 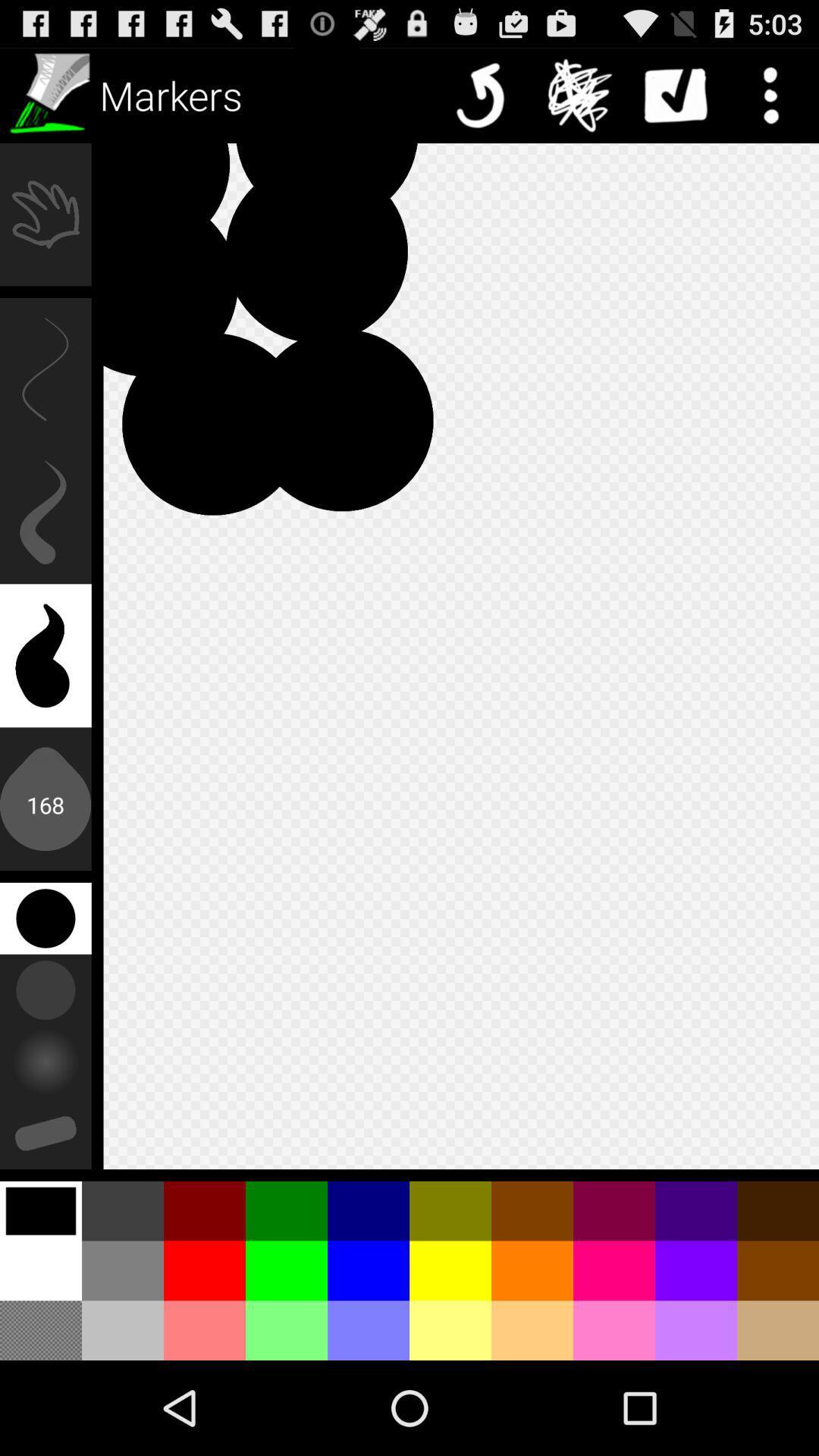 I want to click on the 4th color from the left in the last row at the bottom of the page, so click(x=287, y=1329).